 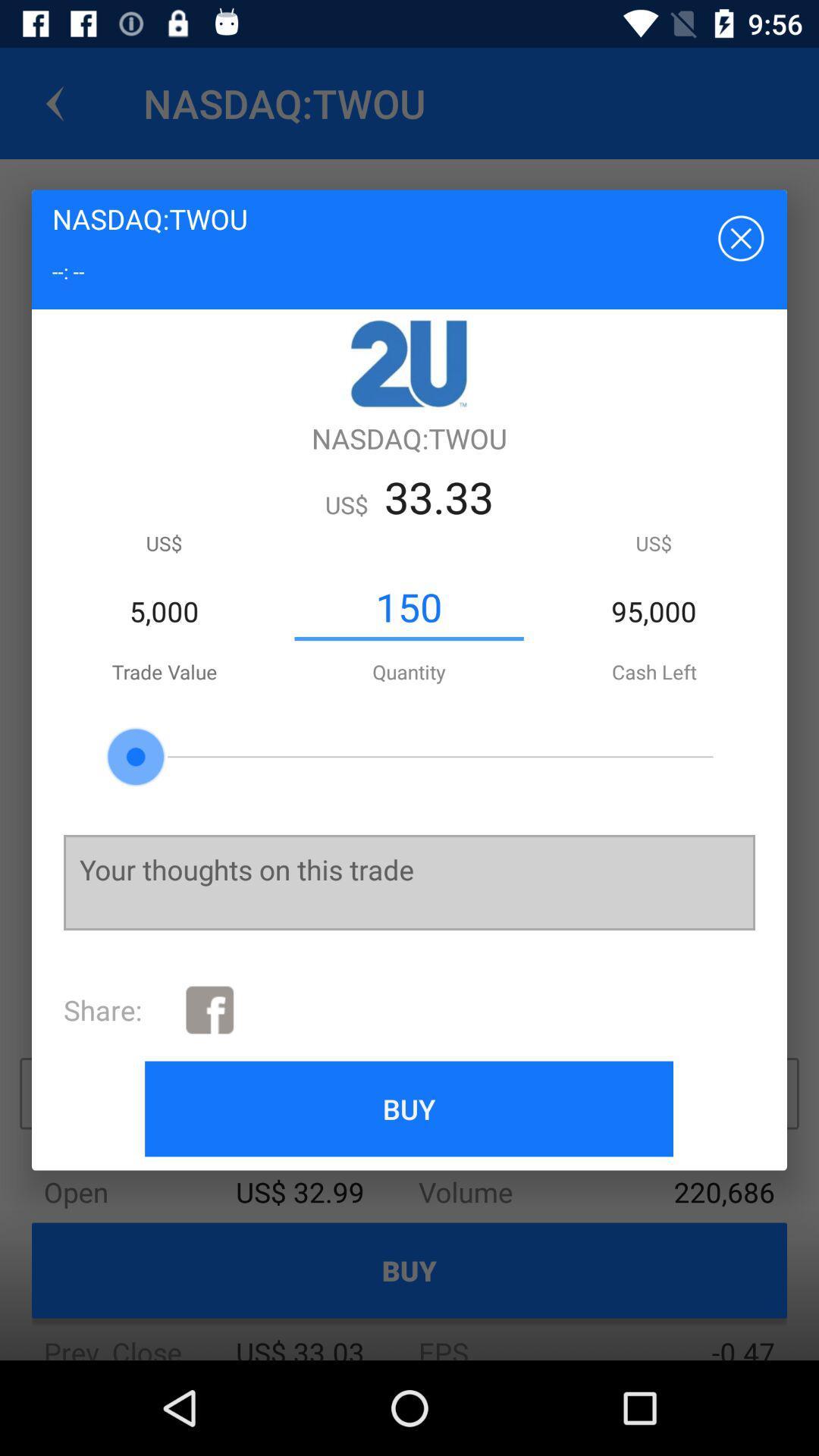 What do you see at coordinates (209, 1009) in the screenshot?
I see `the icon to the right of the share: icon` at bounding box center [209, 1009].